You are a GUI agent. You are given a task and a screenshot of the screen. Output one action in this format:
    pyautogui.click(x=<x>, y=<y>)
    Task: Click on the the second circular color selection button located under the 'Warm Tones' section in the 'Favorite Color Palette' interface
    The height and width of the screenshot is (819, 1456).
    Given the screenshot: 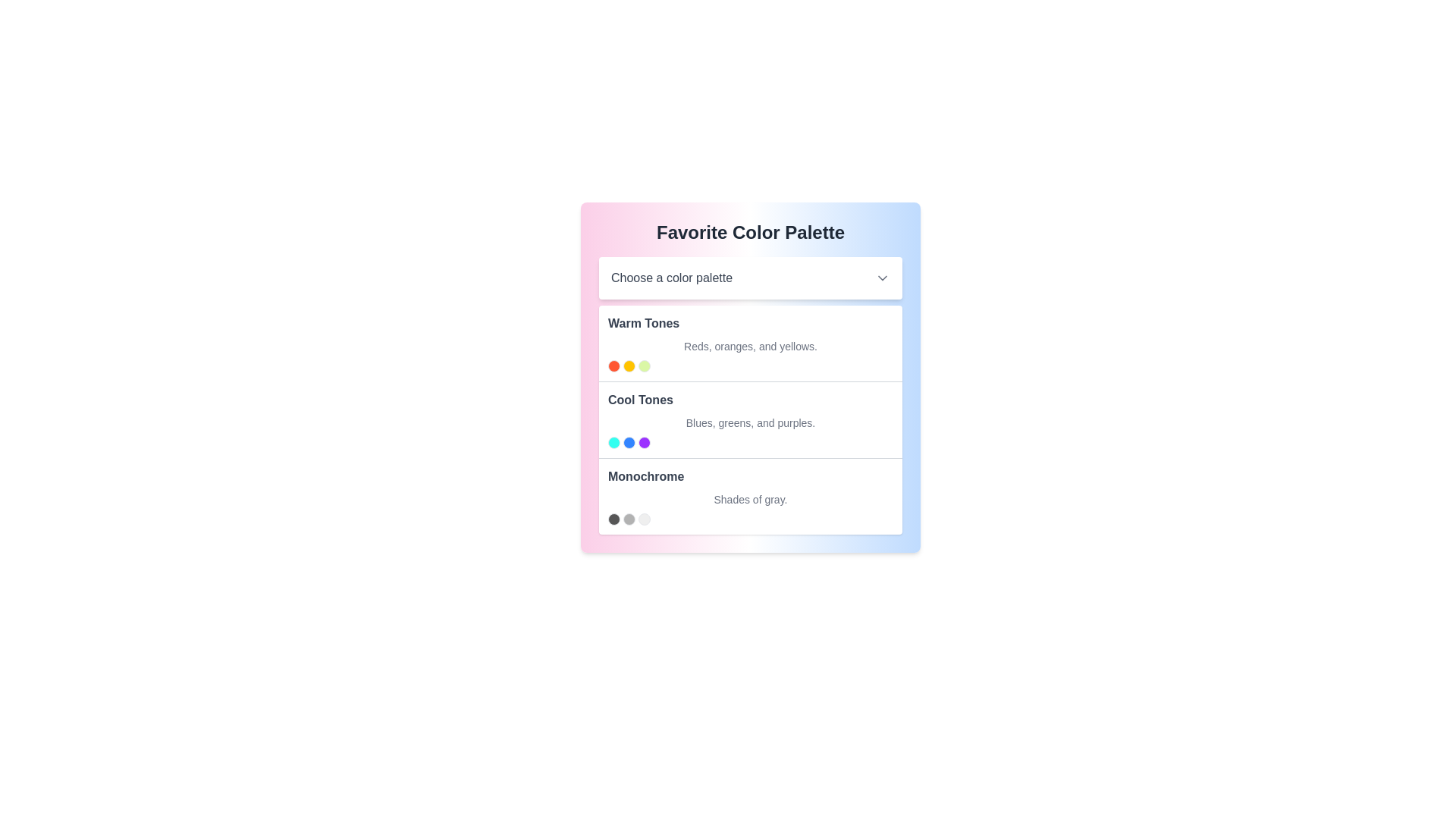 What is the action you would take?
    pyautogui.click(x=629, y=366)
    